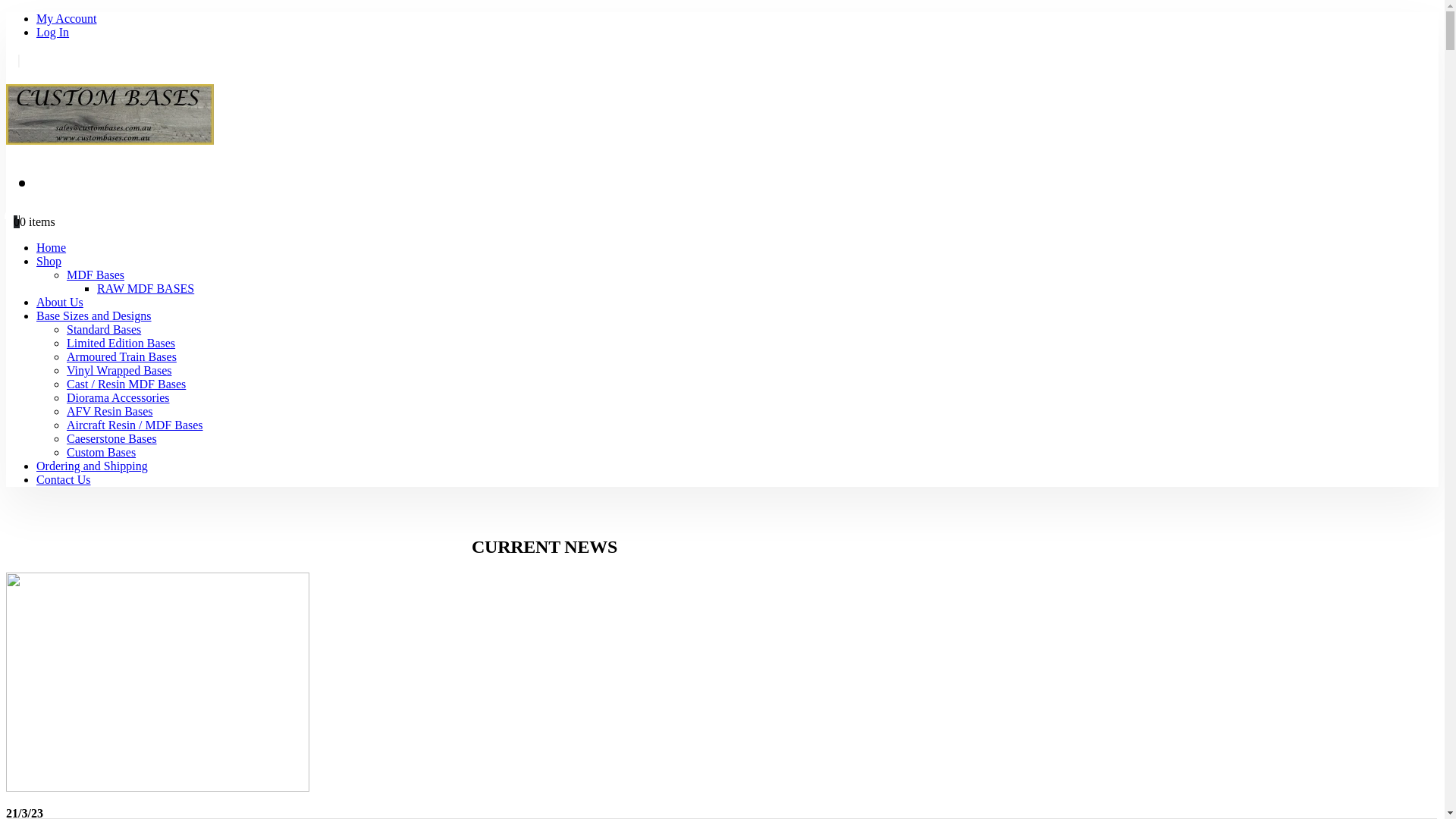 This screenshot has width=1456, height=819. I want to click on 'AFV Resin Bases', so click(108, 411).